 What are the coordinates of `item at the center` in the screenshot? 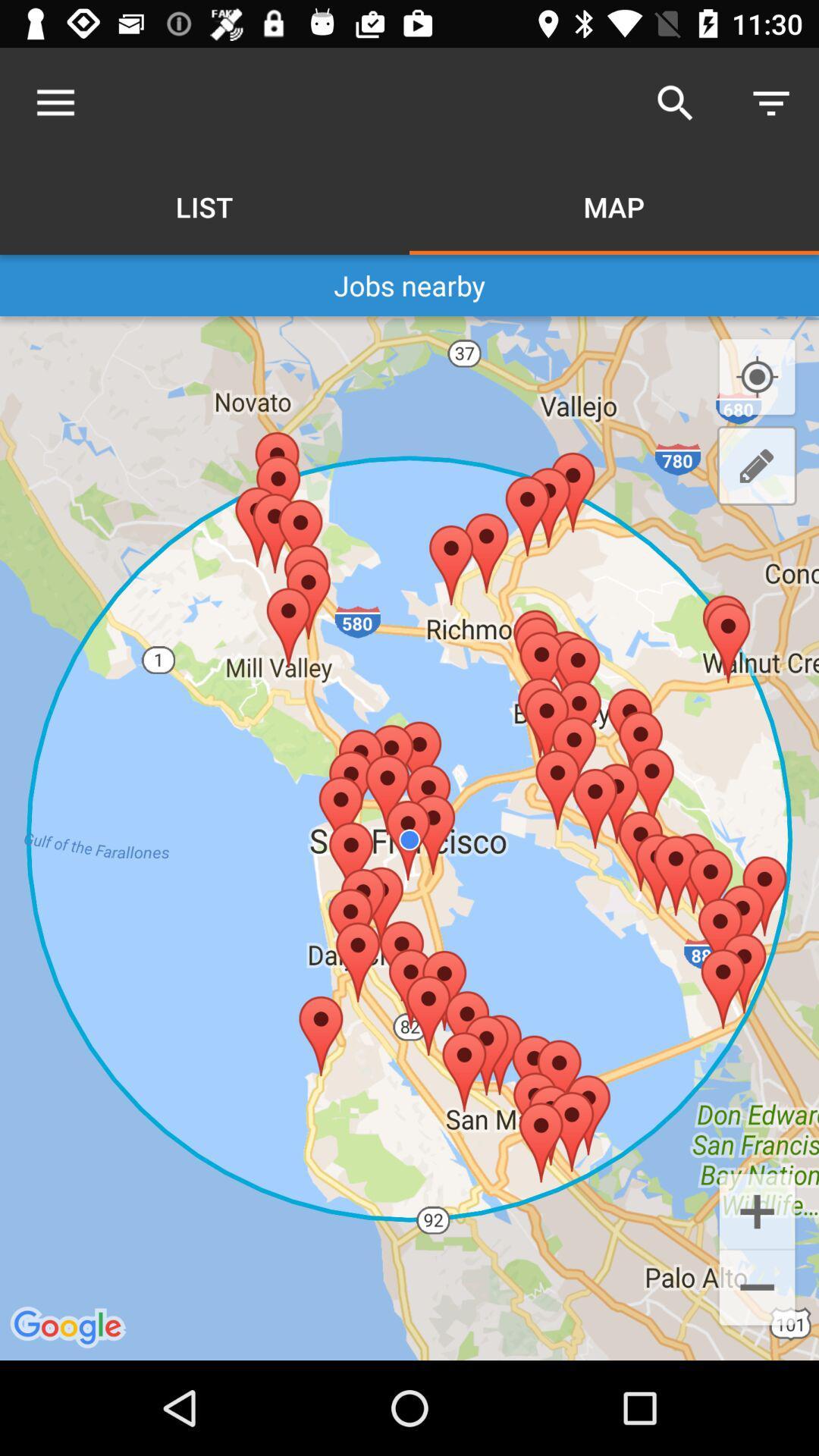 It's located at (409, 837).